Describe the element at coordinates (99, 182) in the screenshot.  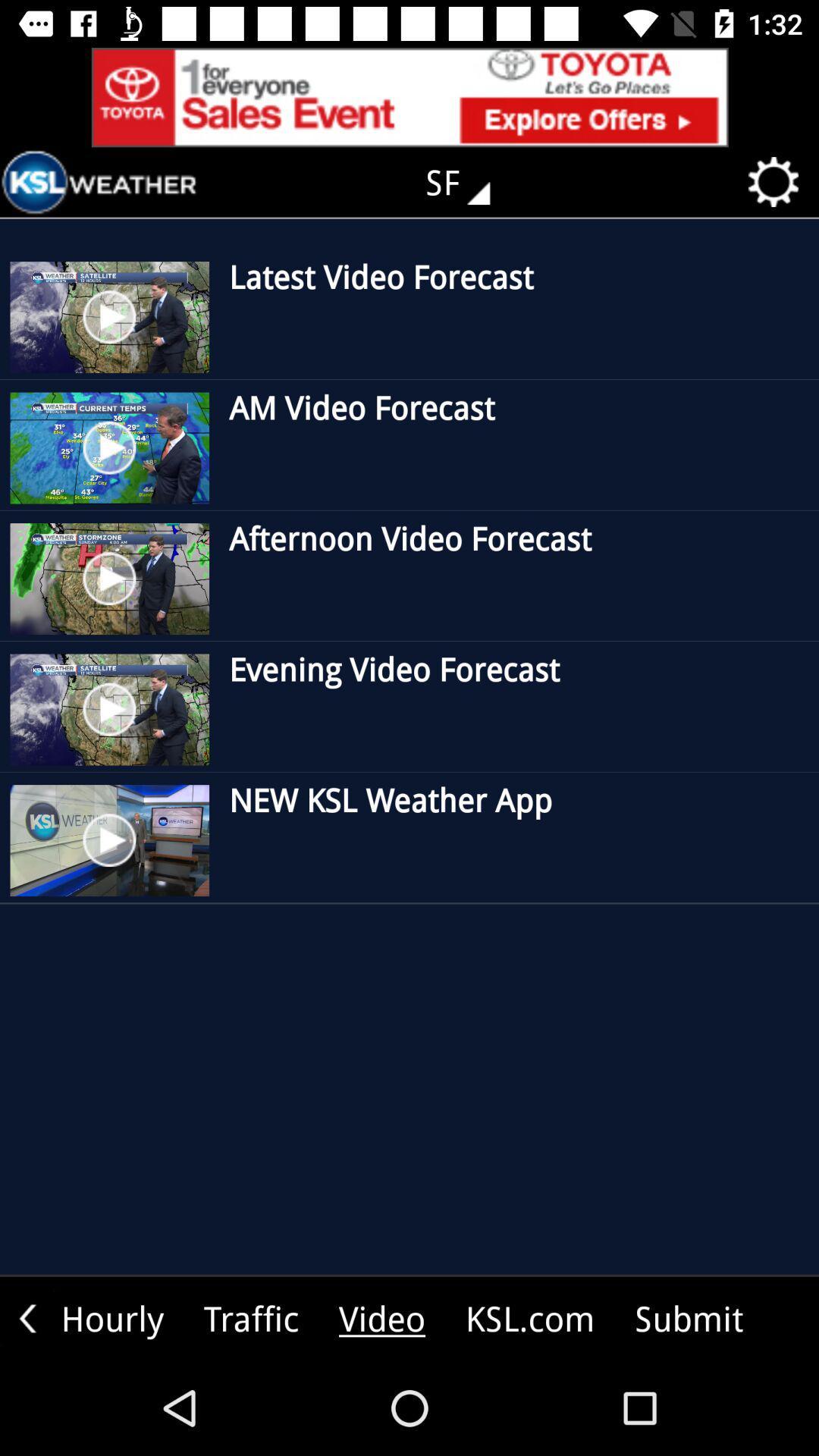
I see `go back` at that location.